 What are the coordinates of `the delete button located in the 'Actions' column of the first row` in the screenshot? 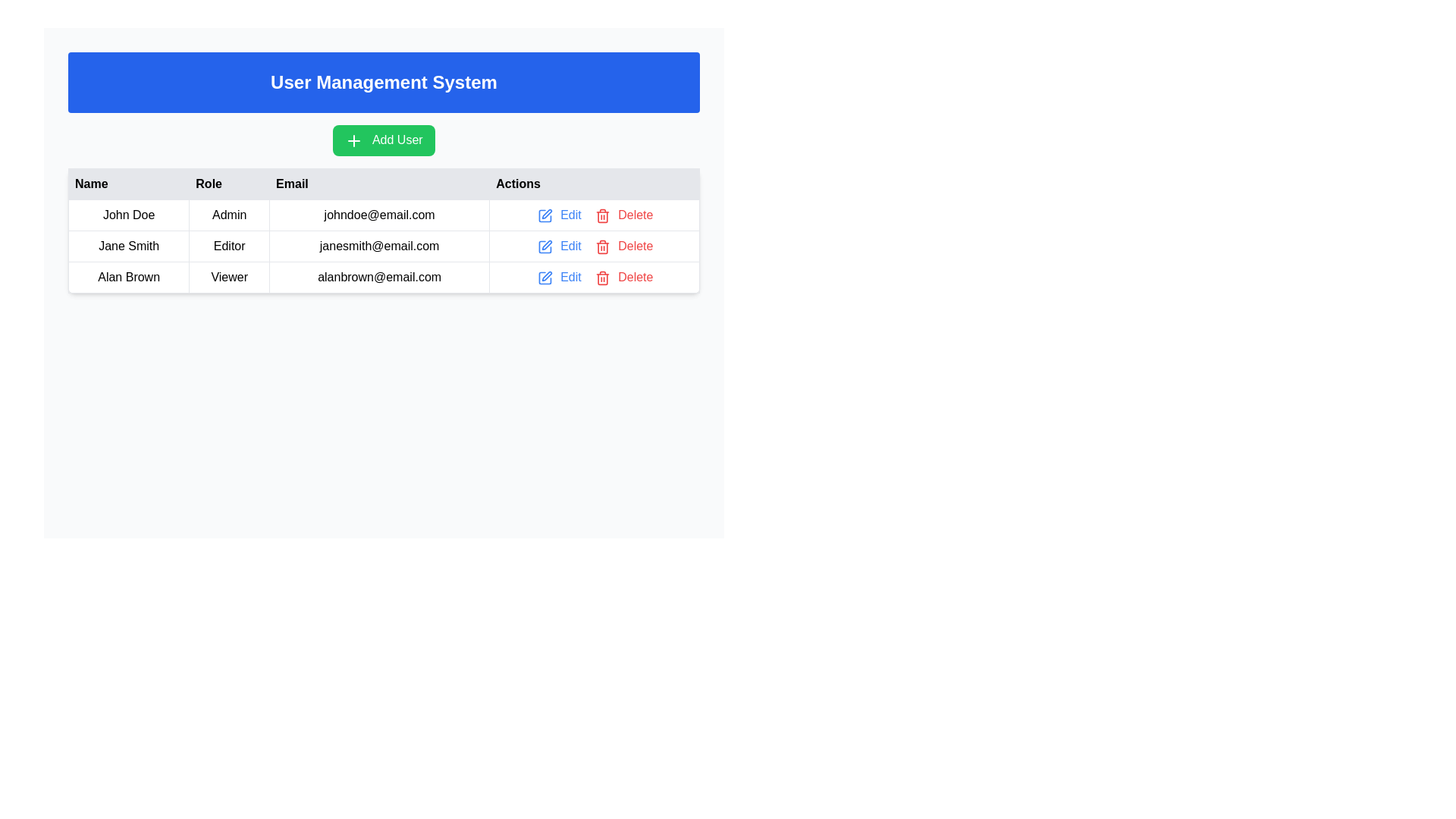 It's located at (623, 215).